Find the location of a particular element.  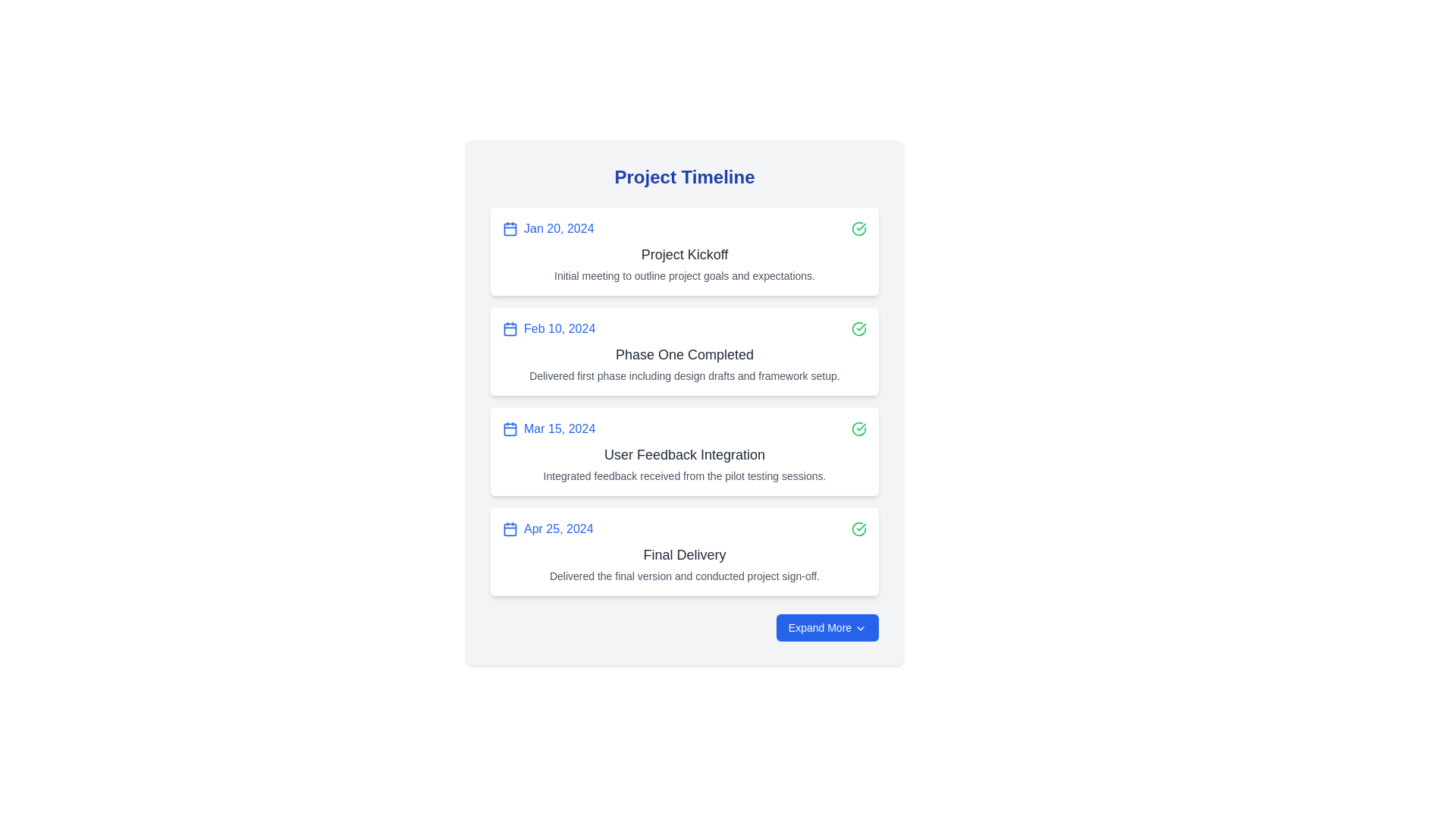

the main body of the calendar icon located in the left part of the 'Feb 10, 2024' timeline entry is located at coordinates (510, 328).